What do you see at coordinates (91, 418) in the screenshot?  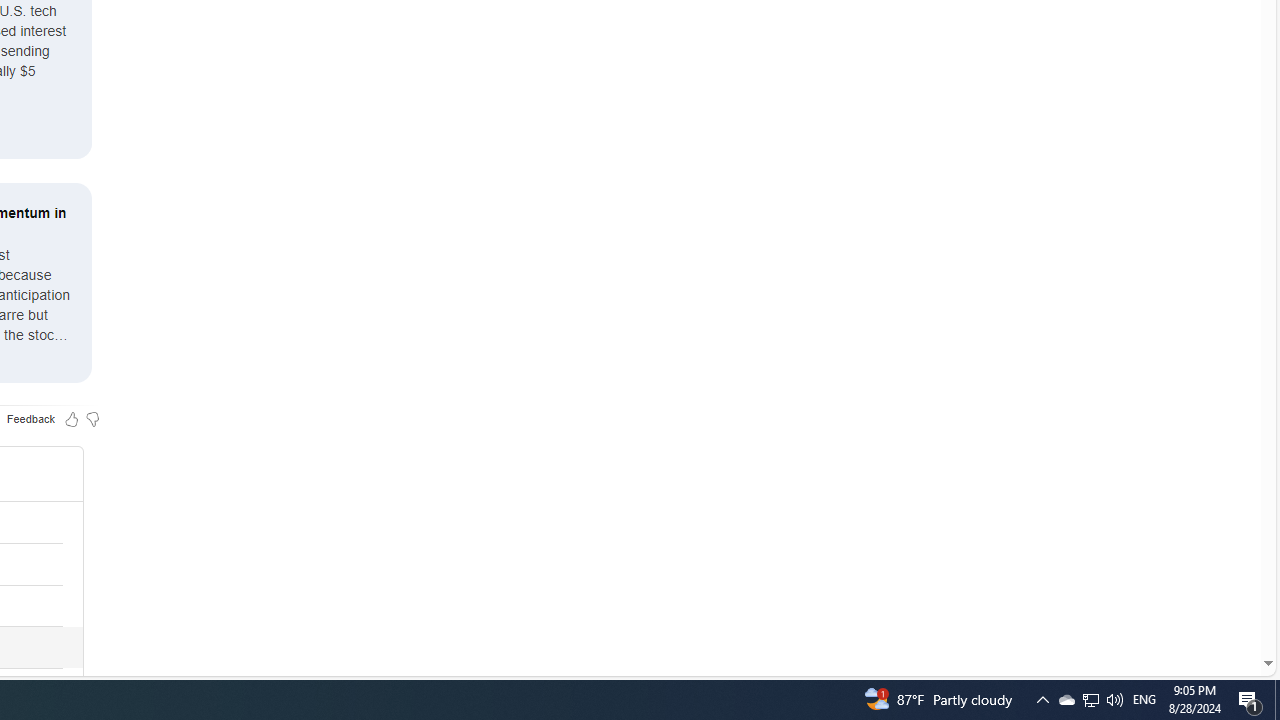 I see `'Feedback Dislike'` at bounding box center [91, 418].